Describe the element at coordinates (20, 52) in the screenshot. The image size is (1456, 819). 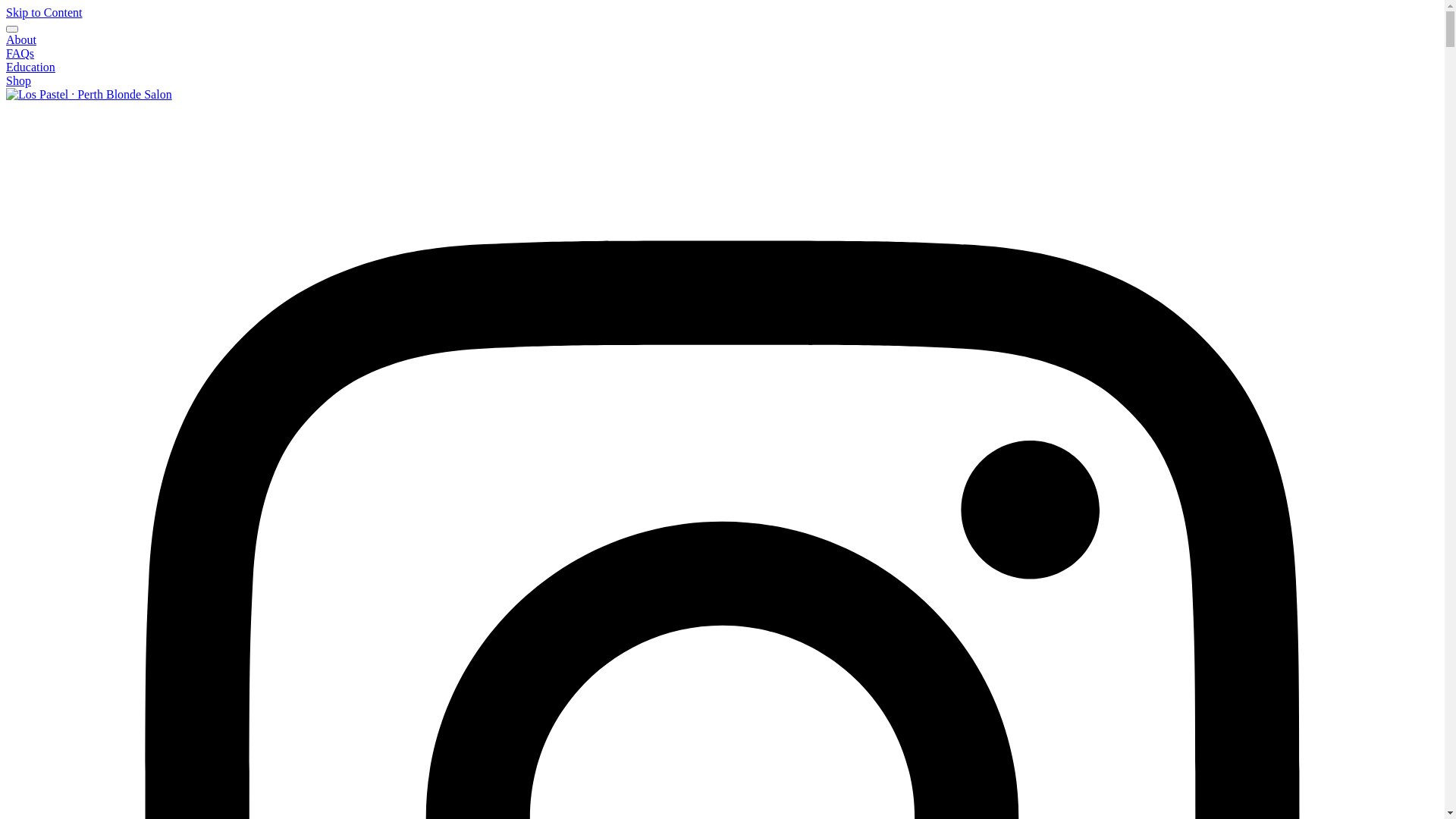
I see `'FAQs'` at that location.